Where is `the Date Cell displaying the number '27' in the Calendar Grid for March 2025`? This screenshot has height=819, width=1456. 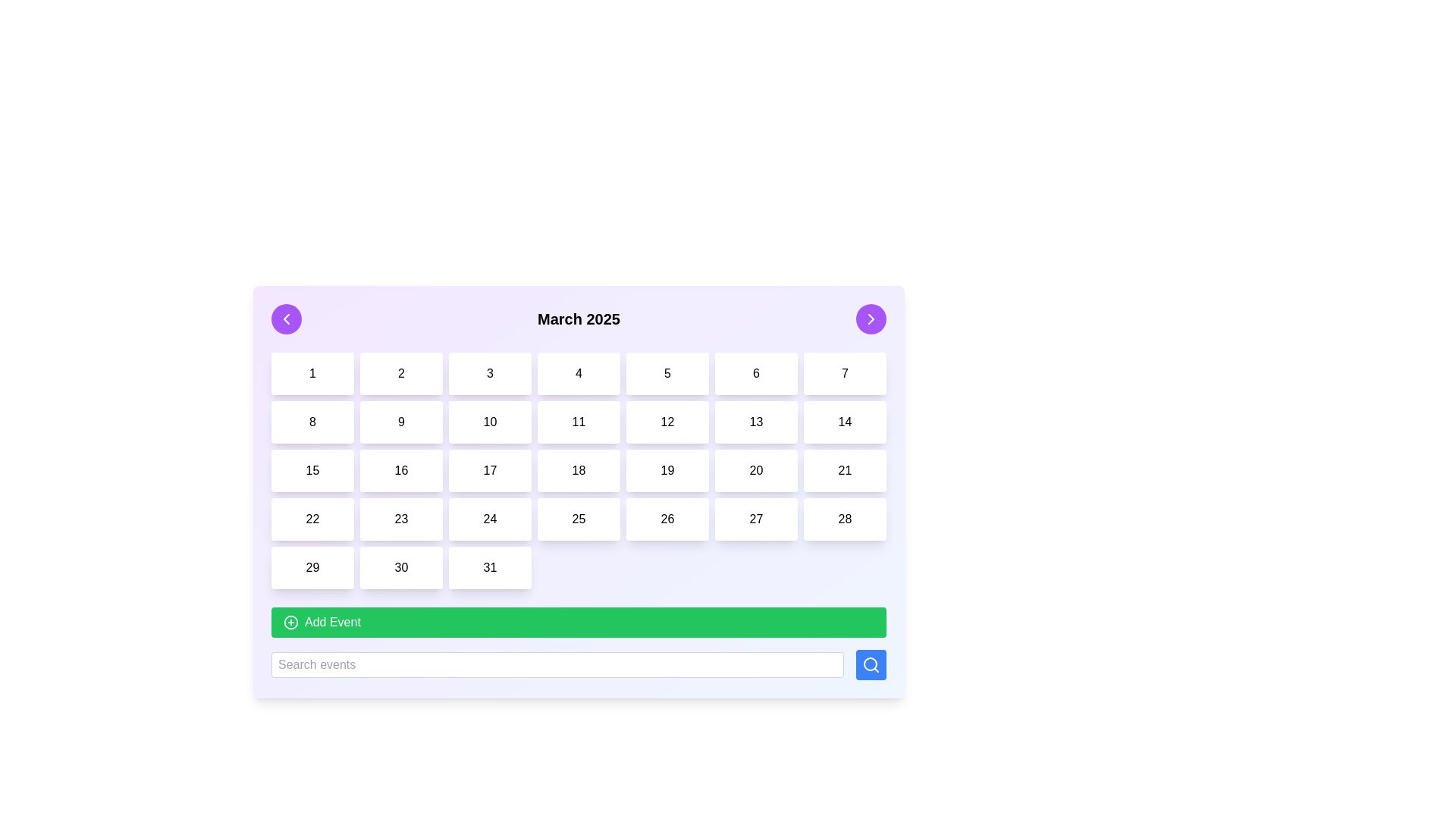
the Date Cell displaying the number '27' in the Calendar Grid for March 2025 is located at coordinates (756, 519).